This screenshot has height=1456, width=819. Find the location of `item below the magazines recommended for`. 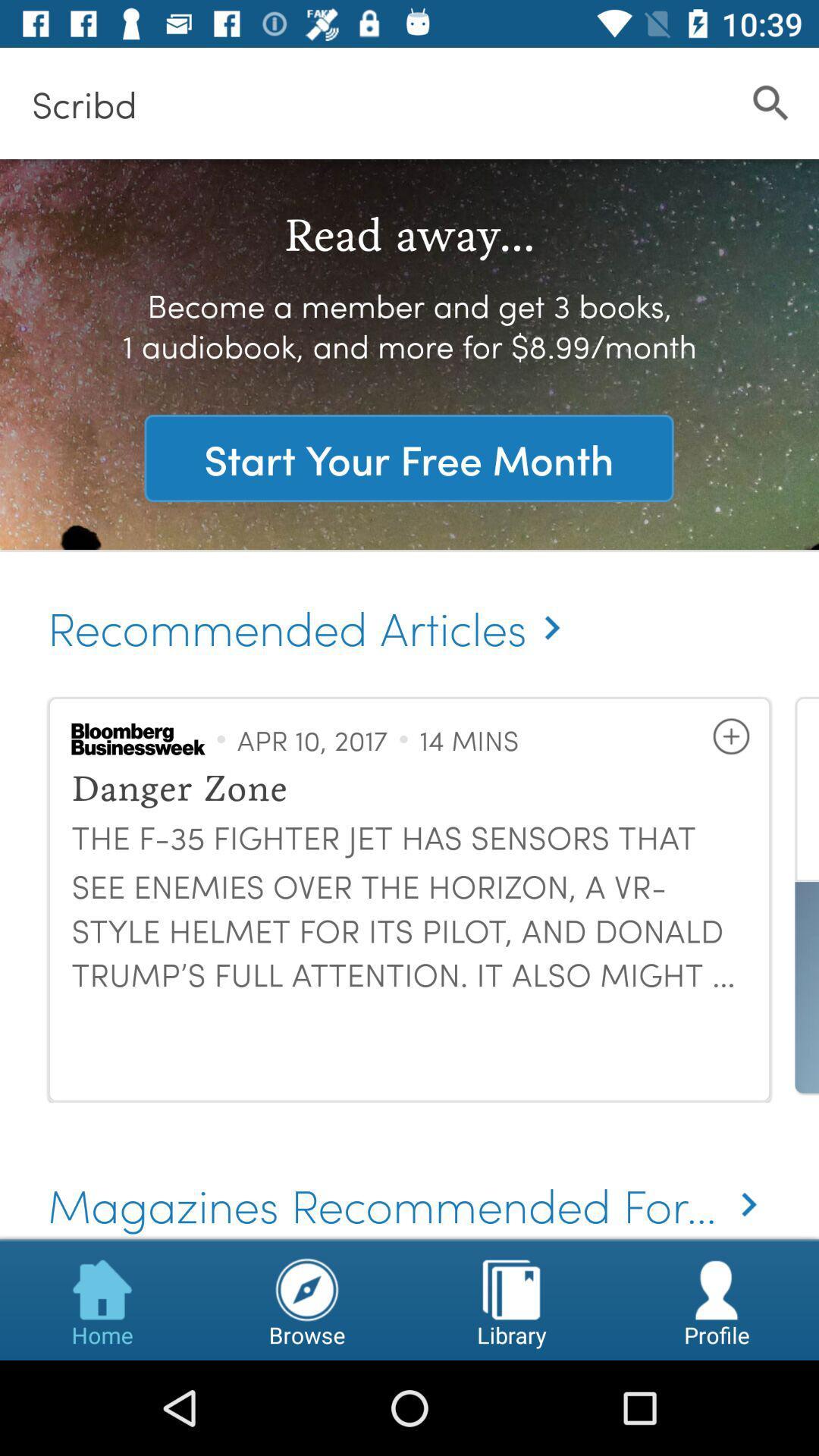

item below the magazines recommended for is located at coordinates (102, 1300).